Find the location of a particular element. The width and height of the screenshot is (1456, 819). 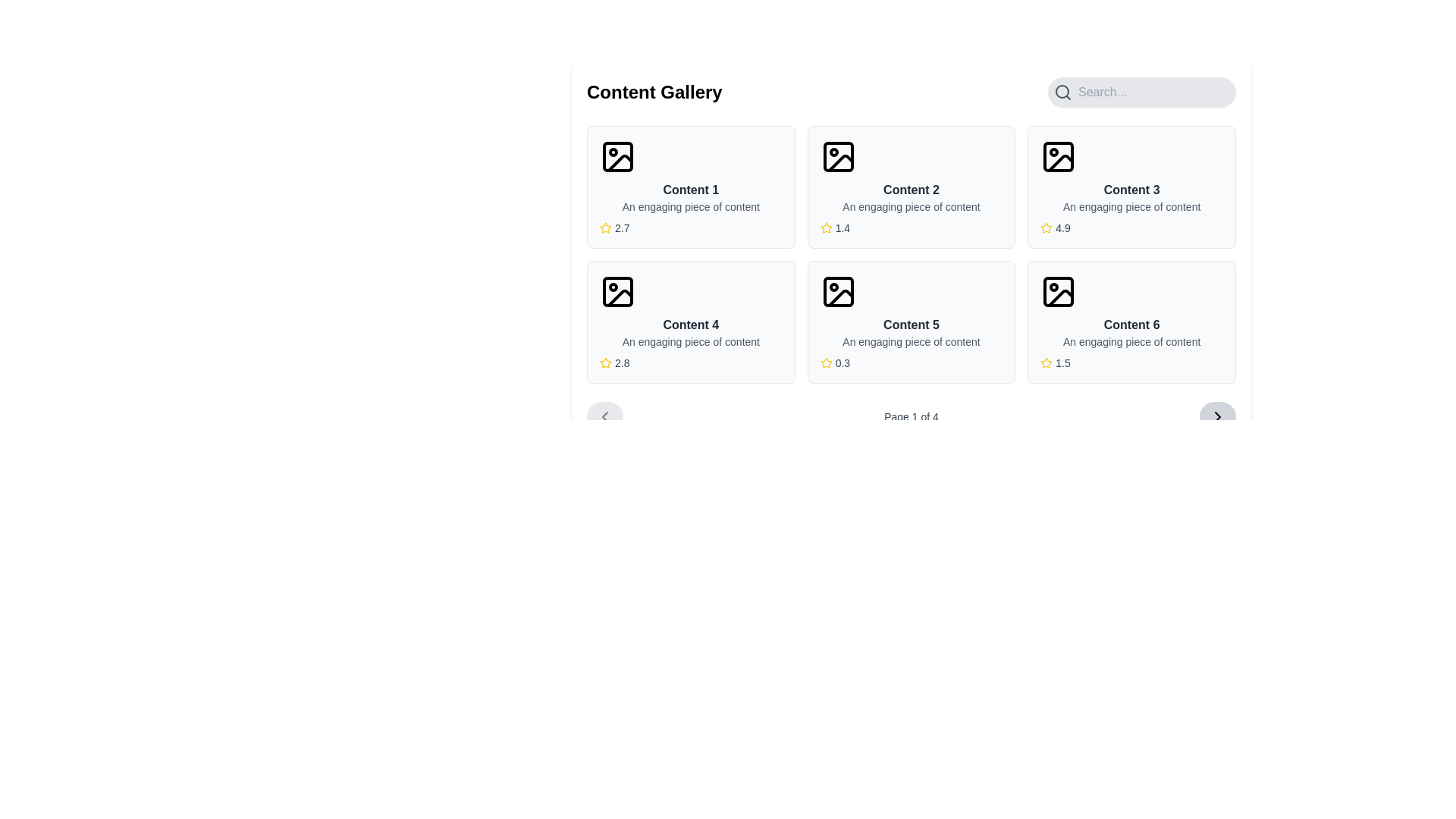

the star icon located below the thumbnail and title of 'Content 5', positioned to the left of the rating text '0.3' is located at coordinates (825, 362).